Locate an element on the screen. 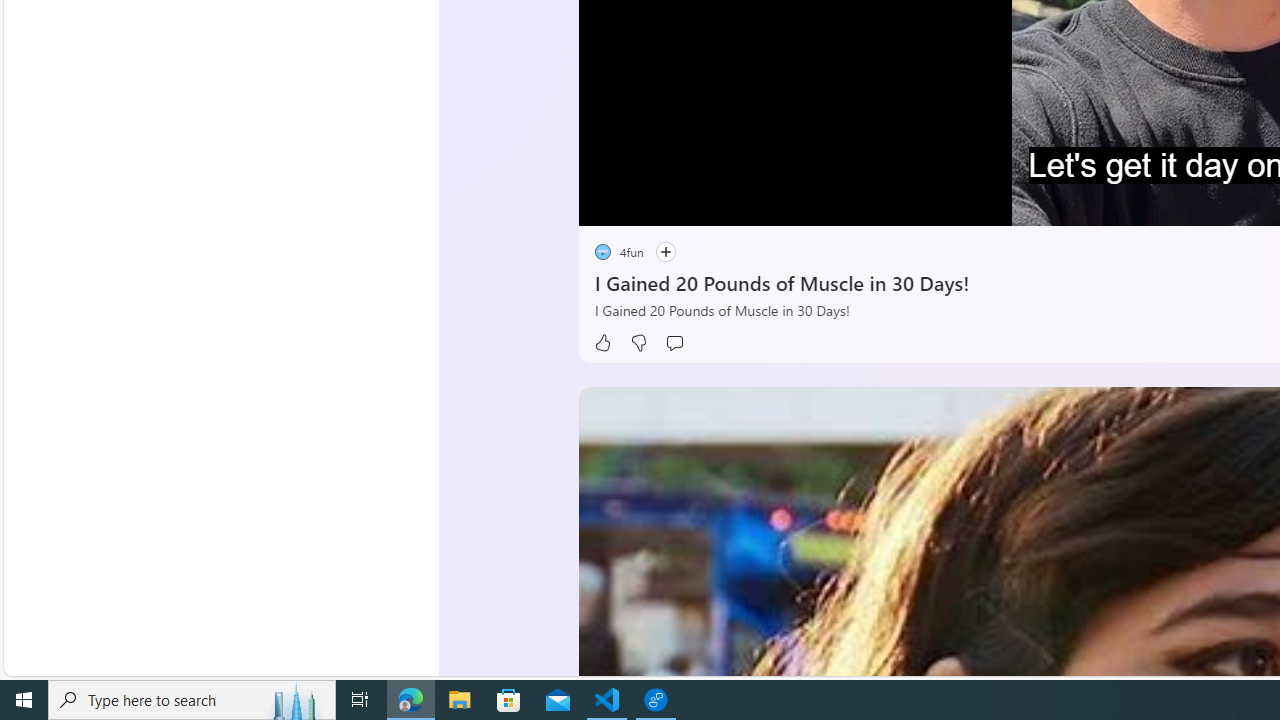 The image size is (1280, 720). 'Like' is located at coordinates (601, 342).